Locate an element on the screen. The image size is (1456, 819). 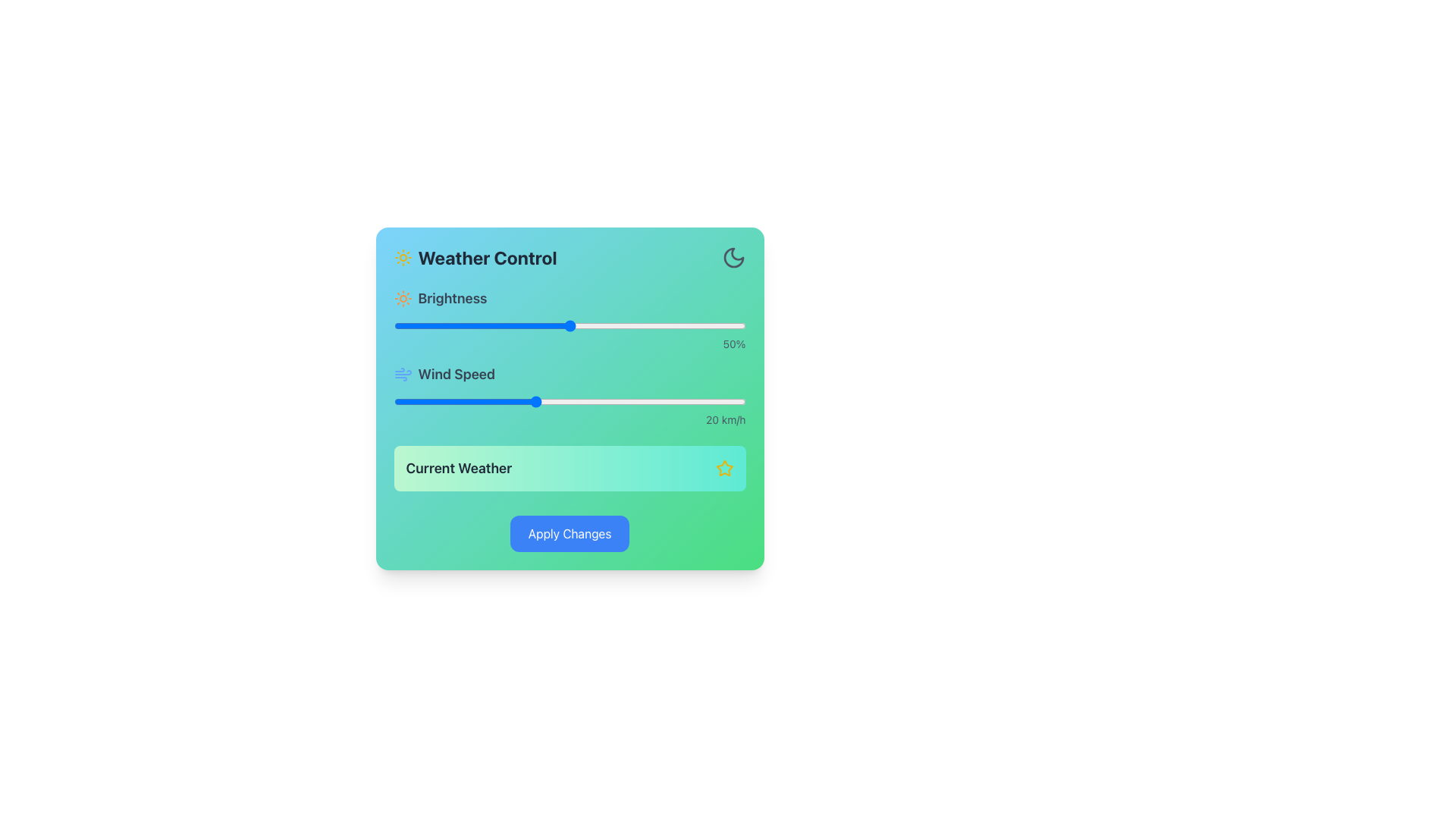
the blue button with rounded corners labeled 'Apply Changes' located at the bottom center of the modal to apply changes is located at coordinates (569, 533).